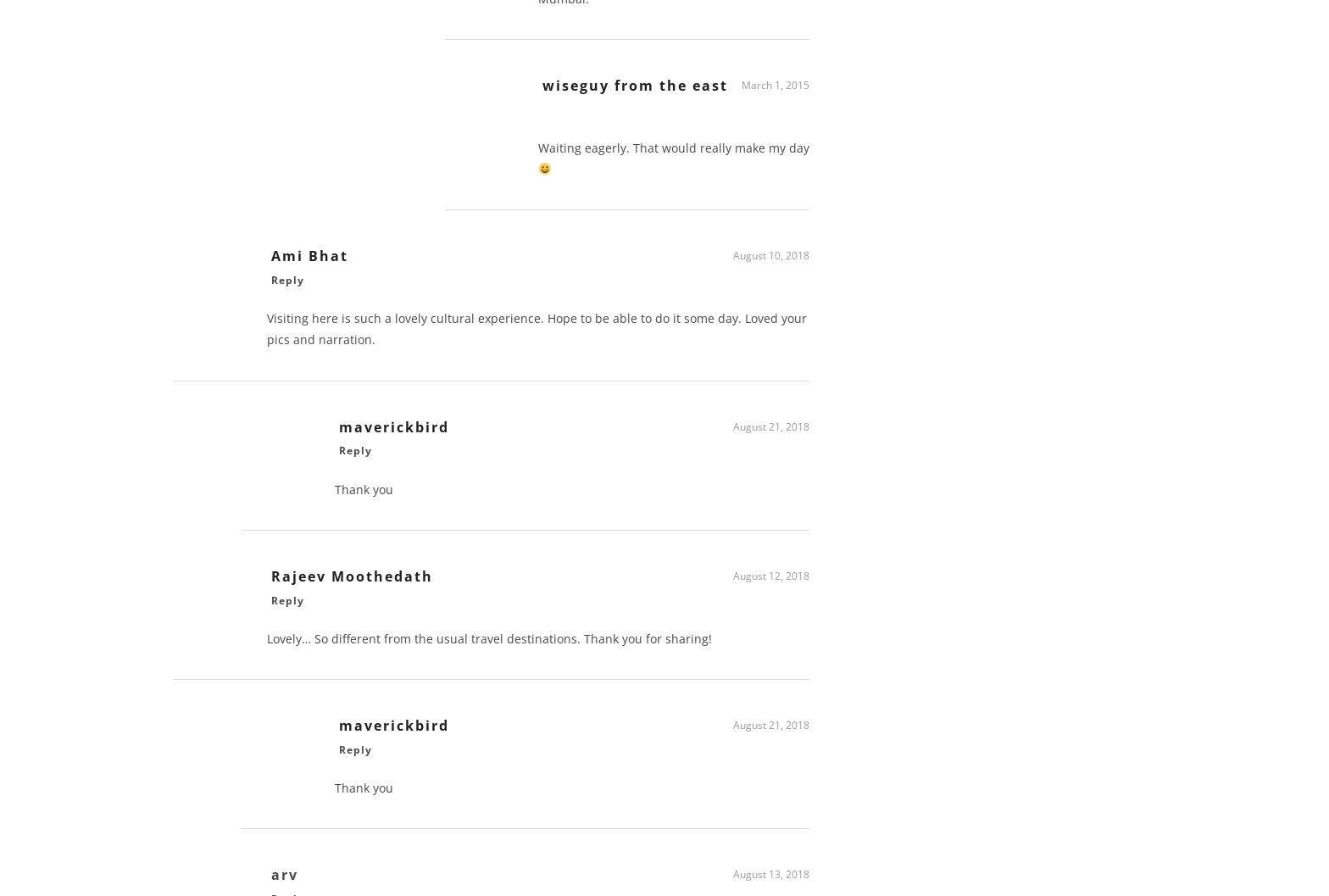 The width and height of the screenshot is (1329, 896). I want to click on 'August 10, 2018', so click(733, 261).